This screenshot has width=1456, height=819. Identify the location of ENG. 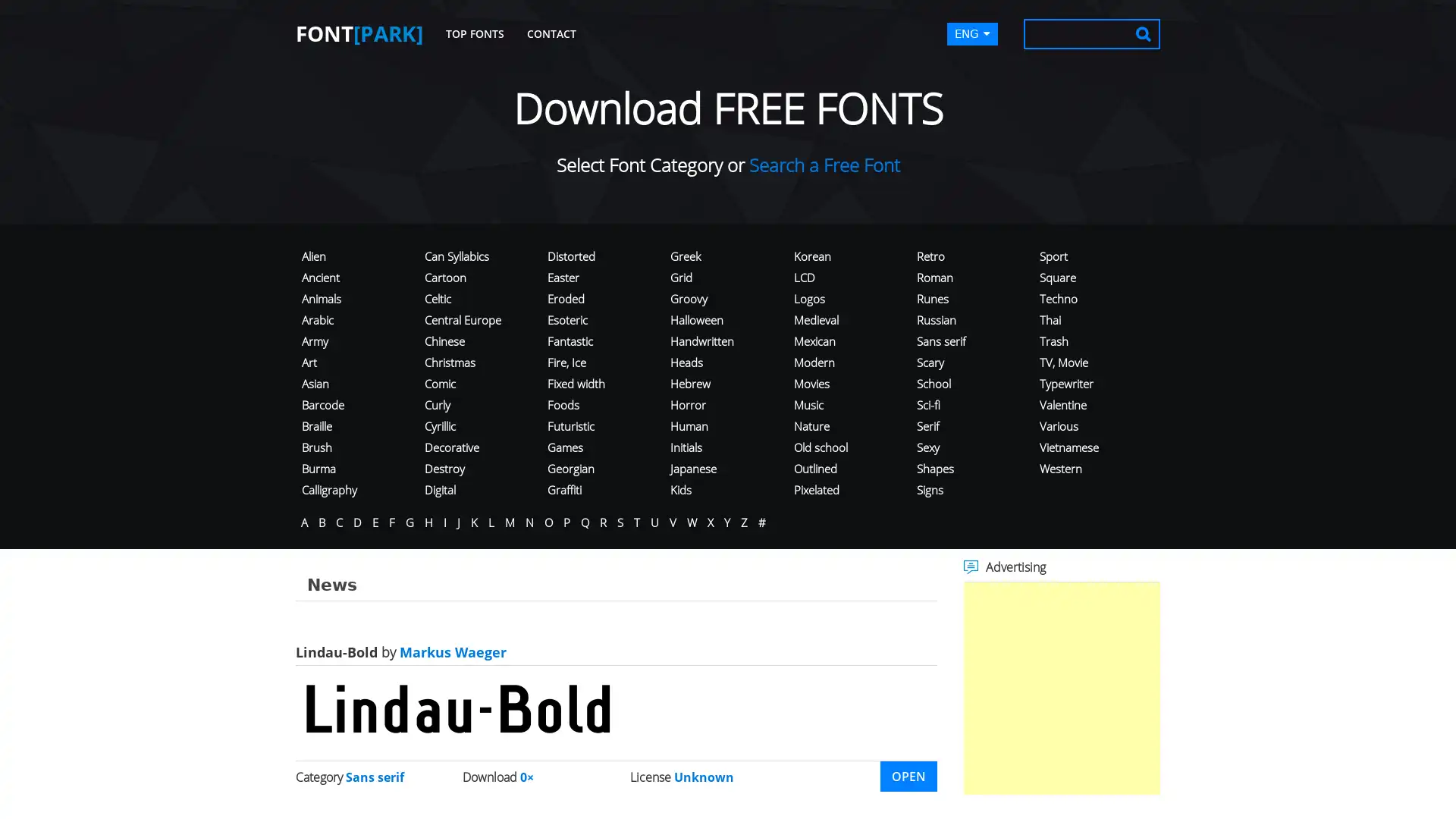
(972, 34).